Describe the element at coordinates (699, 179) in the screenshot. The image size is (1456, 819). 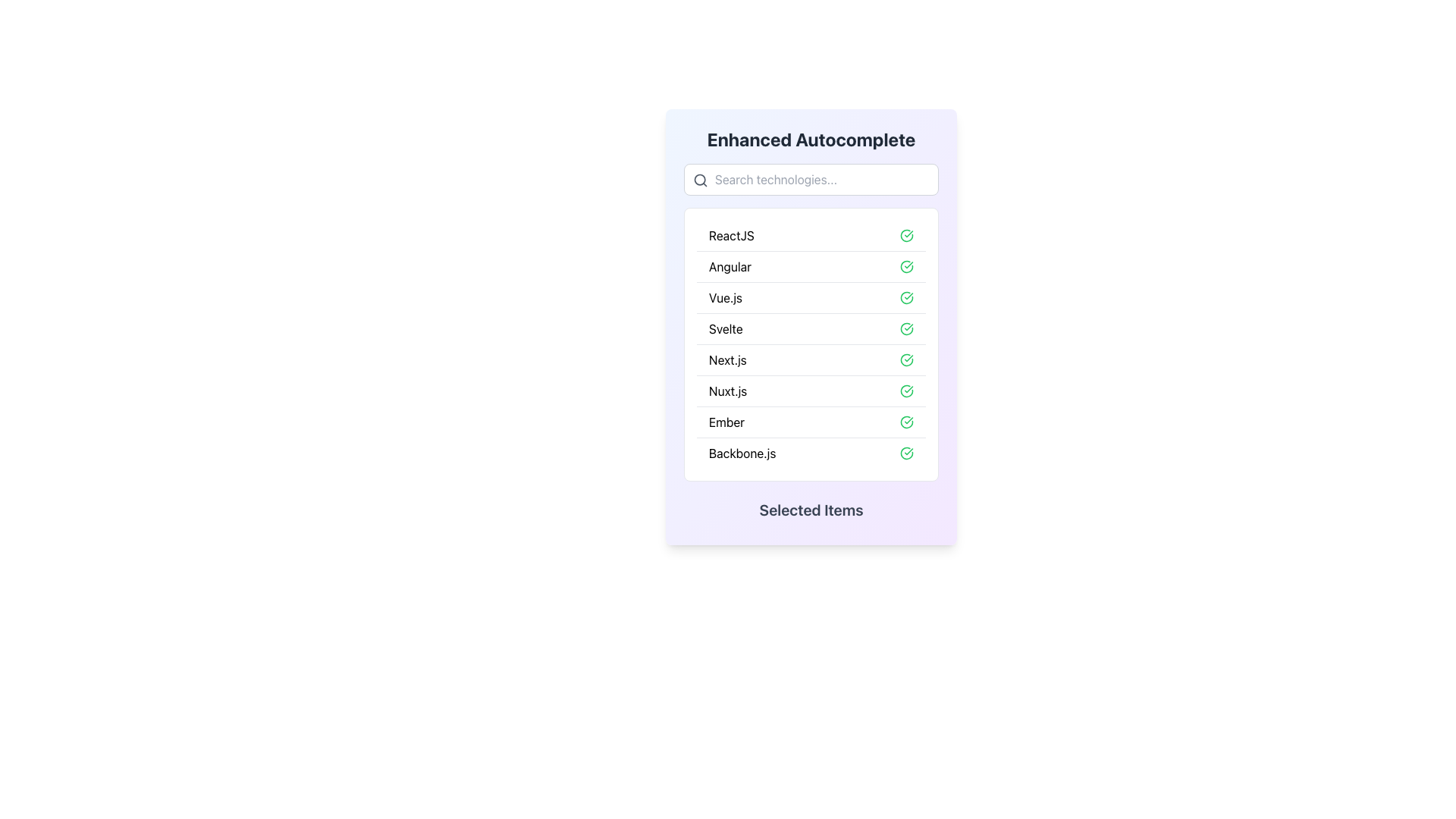
I see `the circular search icon located inside the search bar, which has a thin border and no fill, positioned towards the left side of the entry field labeled 'Search technologies...'` at that location.